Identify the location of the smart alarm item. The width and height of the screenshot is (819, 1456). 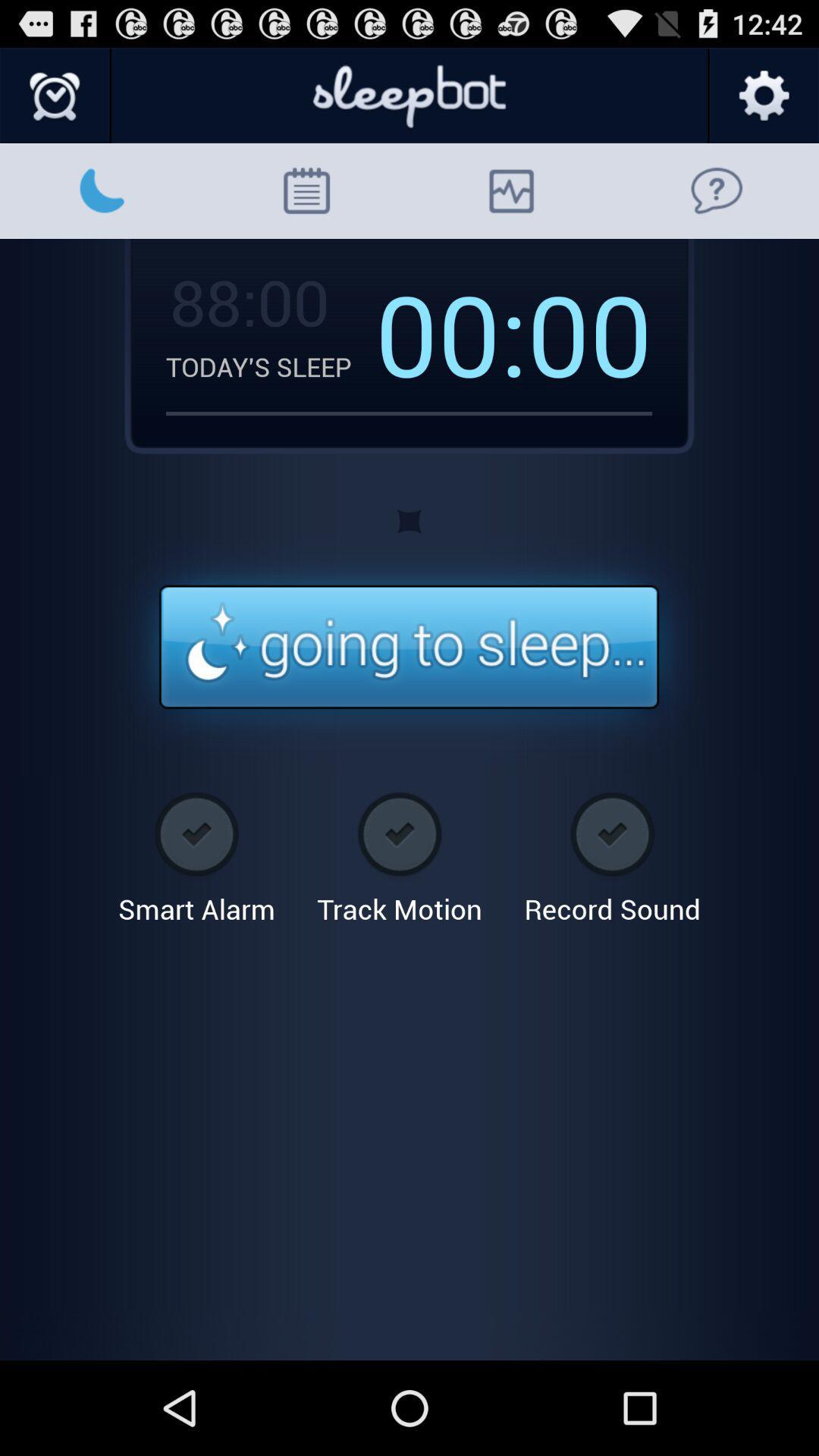
(196, 852).